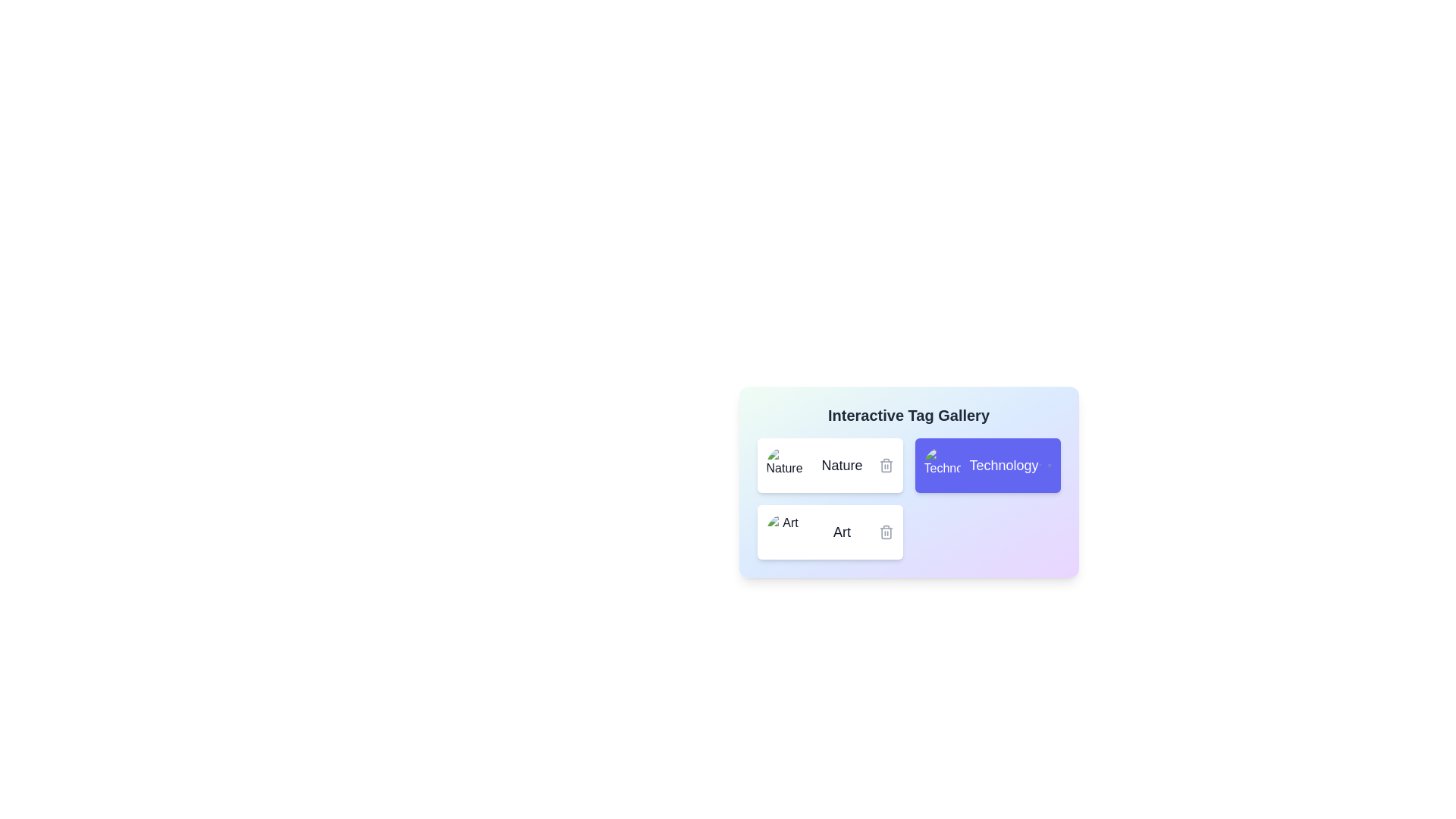 The width and height of the screenshot is (1456, 819). What do you see at coordinates (987, 464) in the screenshot?
I see `the tag with name Technology` at bounding box center [987, 464].